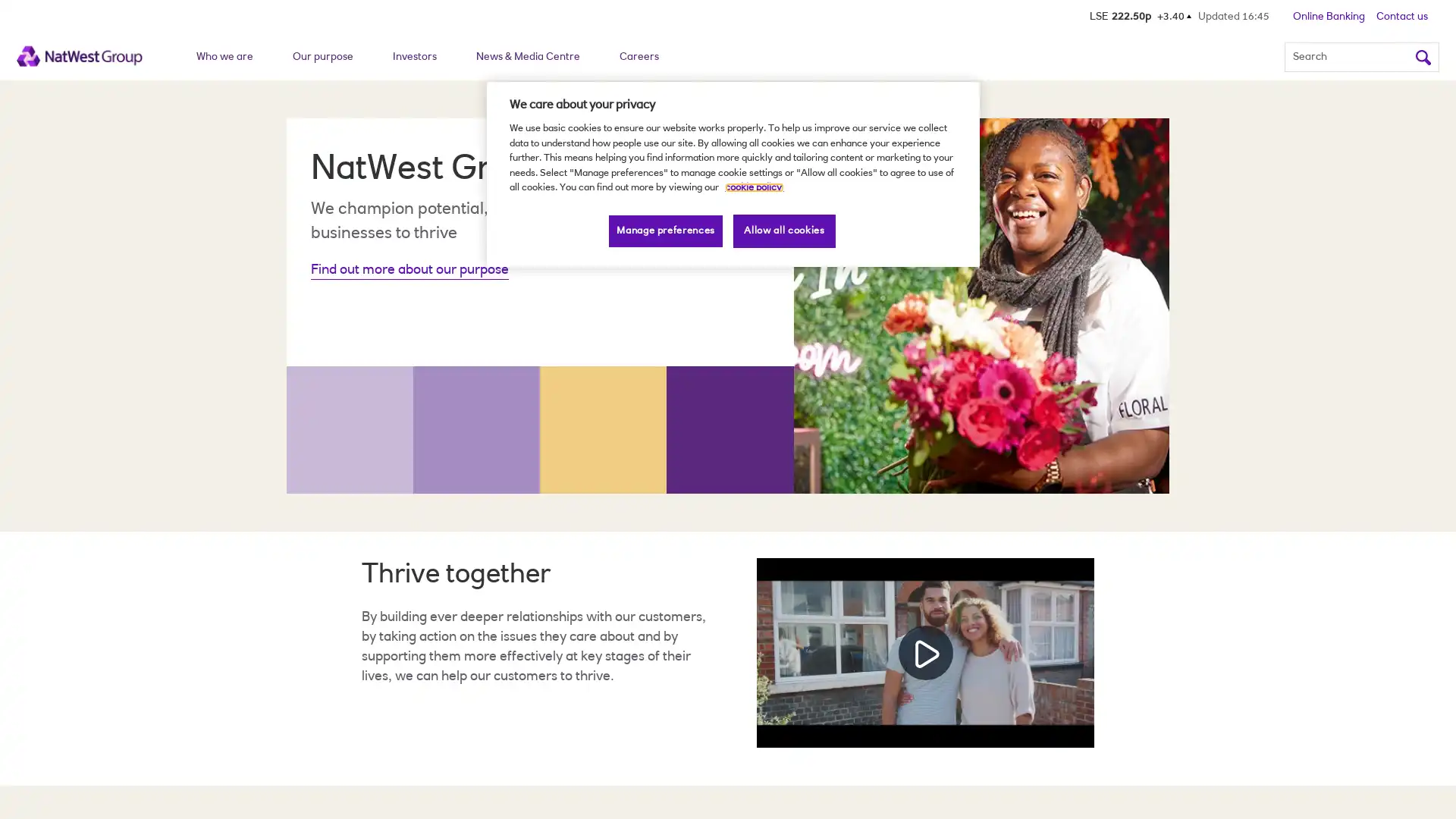  I want to click on Thrive Together, so click(924, 651).